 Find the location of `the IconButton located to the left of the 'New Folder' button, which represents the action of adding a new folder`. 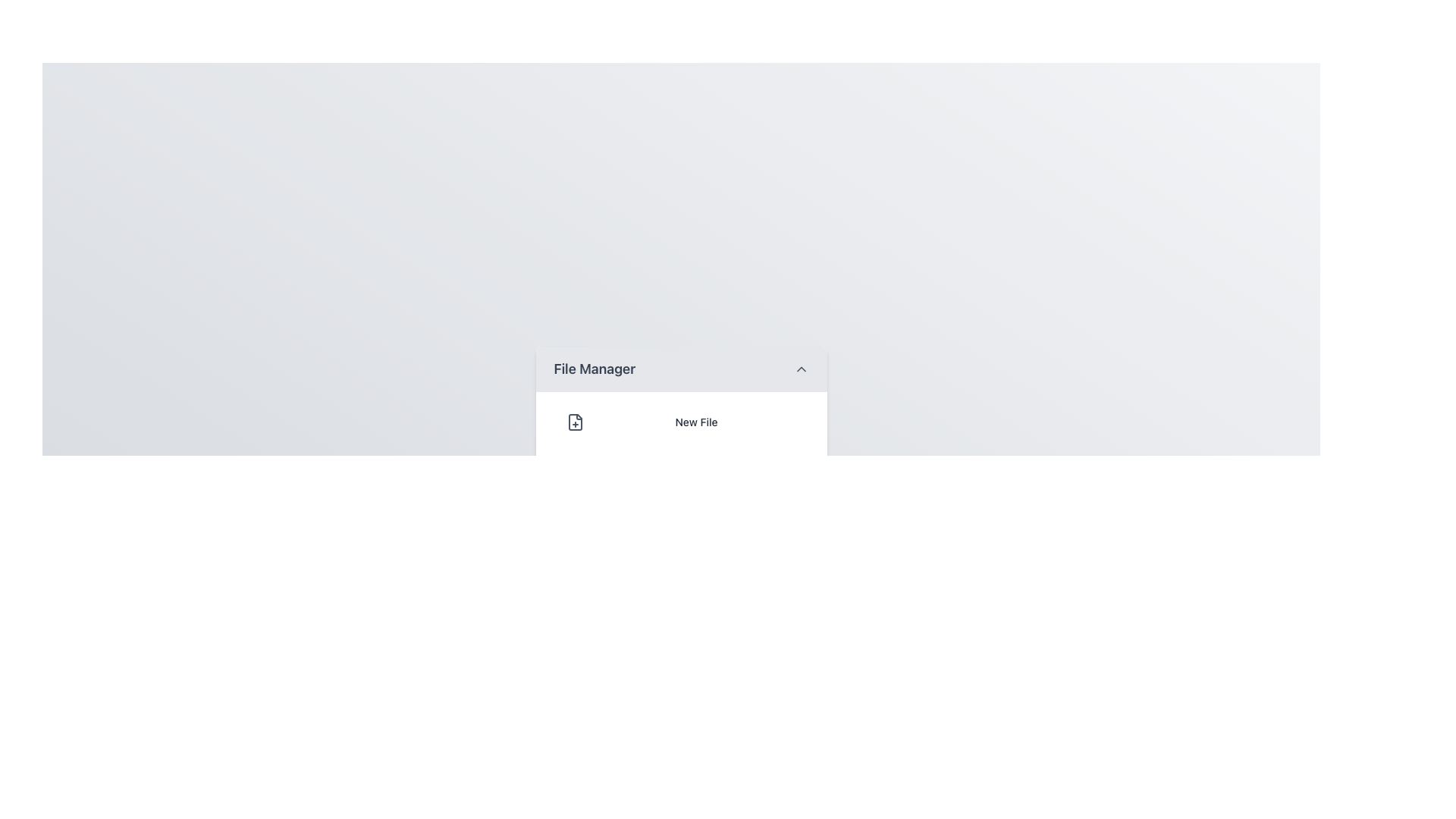

the IconButton located to the left of the 'New Folder' button, which represents the action of adding a new folder is located at coordinates (574, 470).